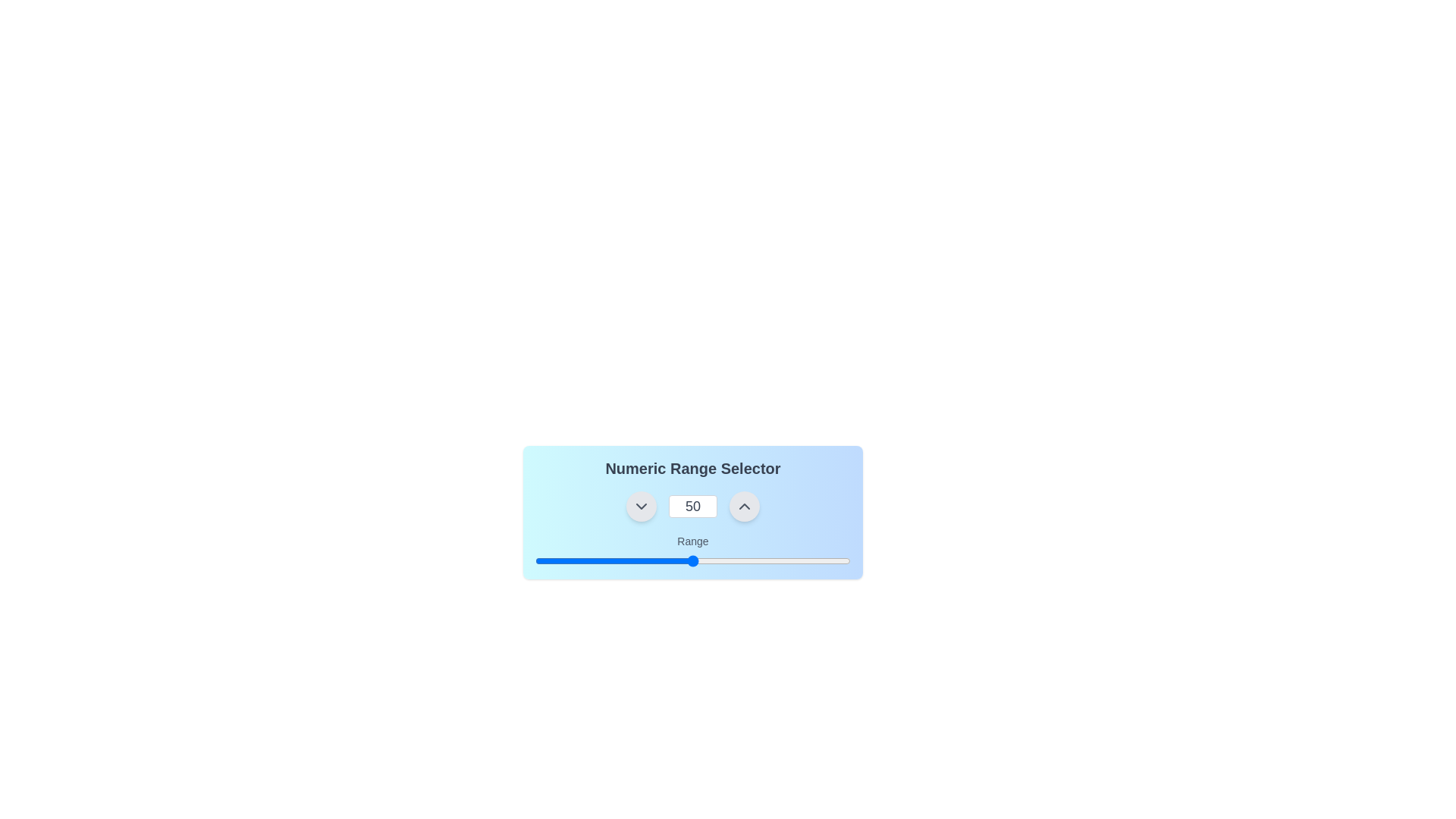 This screenshot has width=1456, height=819. I want to click on the numeric input field that allows users, so click(692, 506).